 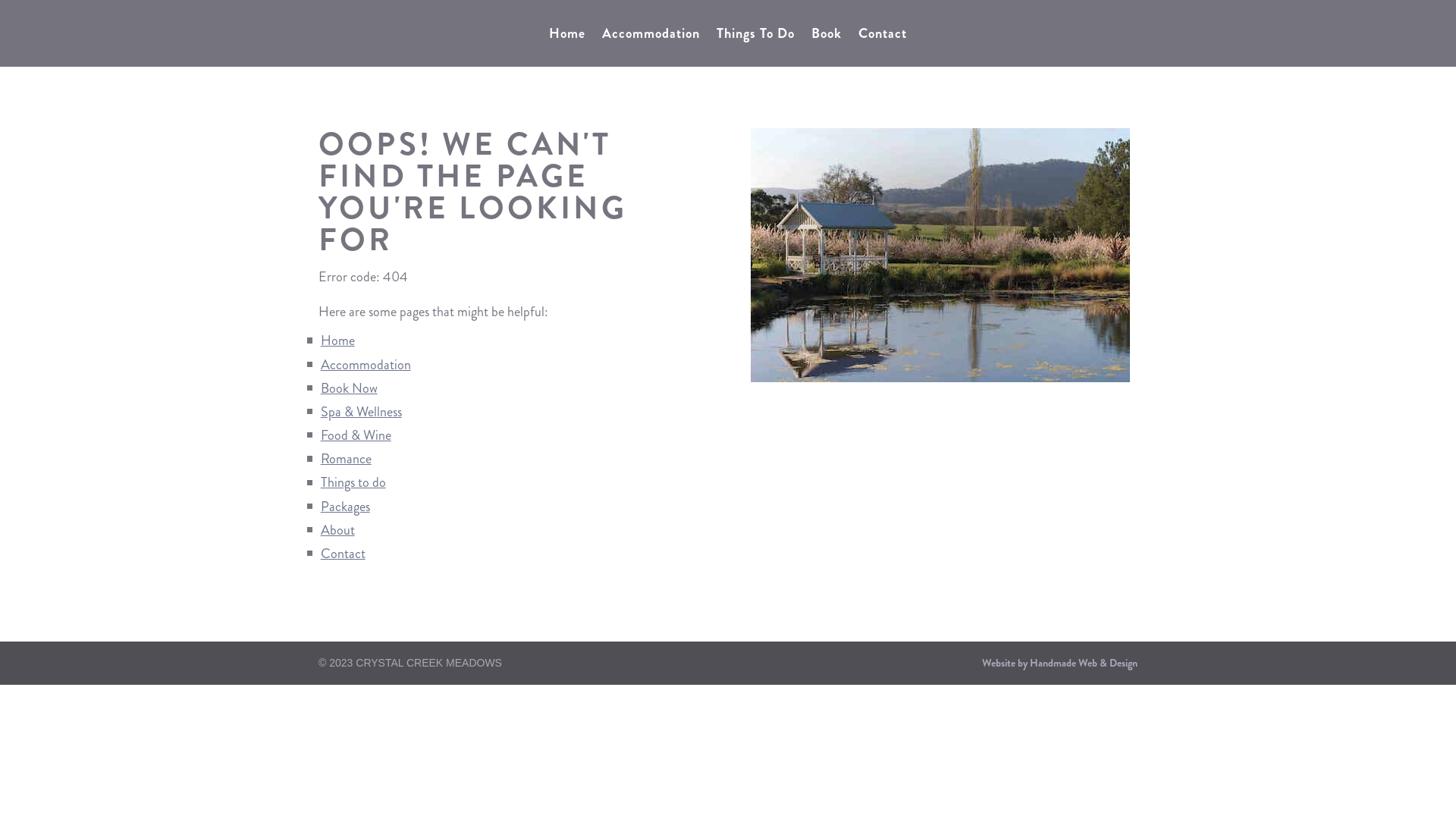 What do you see at coordinates (366, 365) in the screenshot?
I see `'Accommodation'` at bounding box center [366, 365].